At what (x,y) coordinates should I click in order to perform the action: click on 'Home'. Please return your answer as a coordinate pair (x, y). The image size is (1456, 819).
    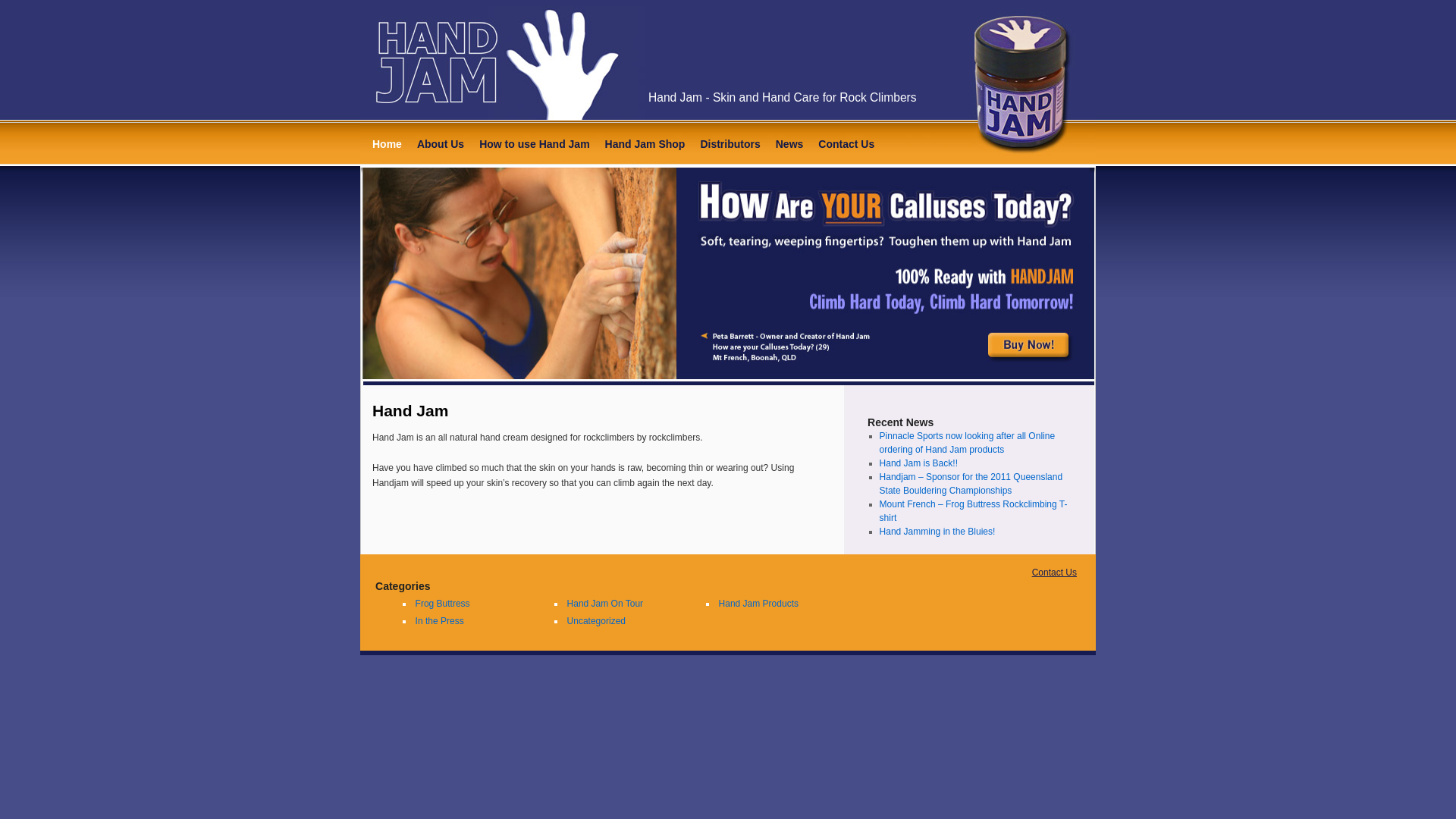
    Looking at the image, I should click on (387, 144).